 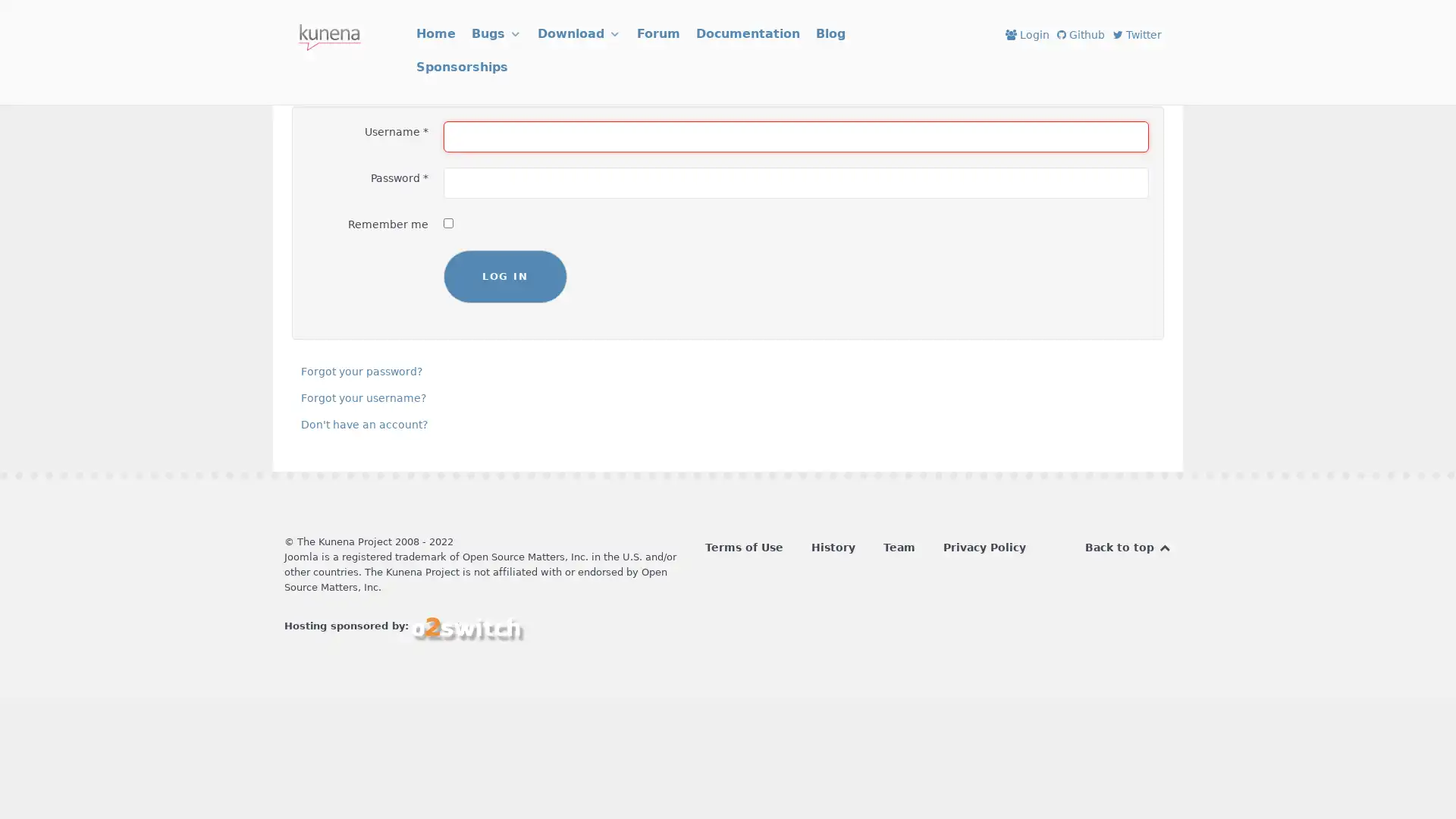 What do you see at coordinates (505, 277) in the screenshot?
I see `LOG IN` at bounding box center [505, 277].